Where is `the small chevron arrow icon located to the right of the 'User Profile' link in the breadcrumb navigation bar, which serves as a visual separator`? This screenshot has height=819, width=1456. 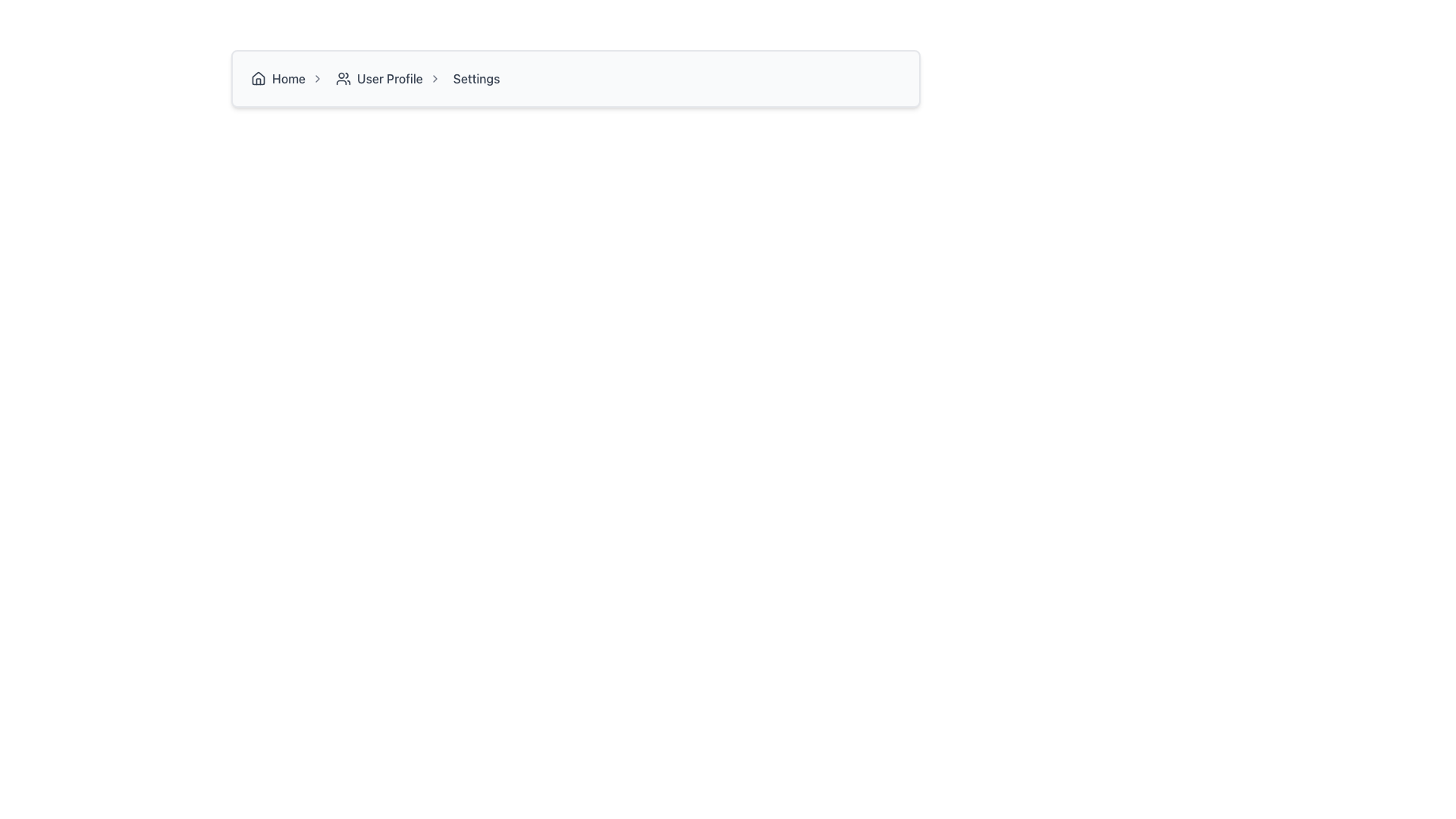 the small chevron arrow icon located to the right of the 'User Profile' link in the breadcrumb navigation bar, which serves as a visual separator is located at coordinates (434, 79).